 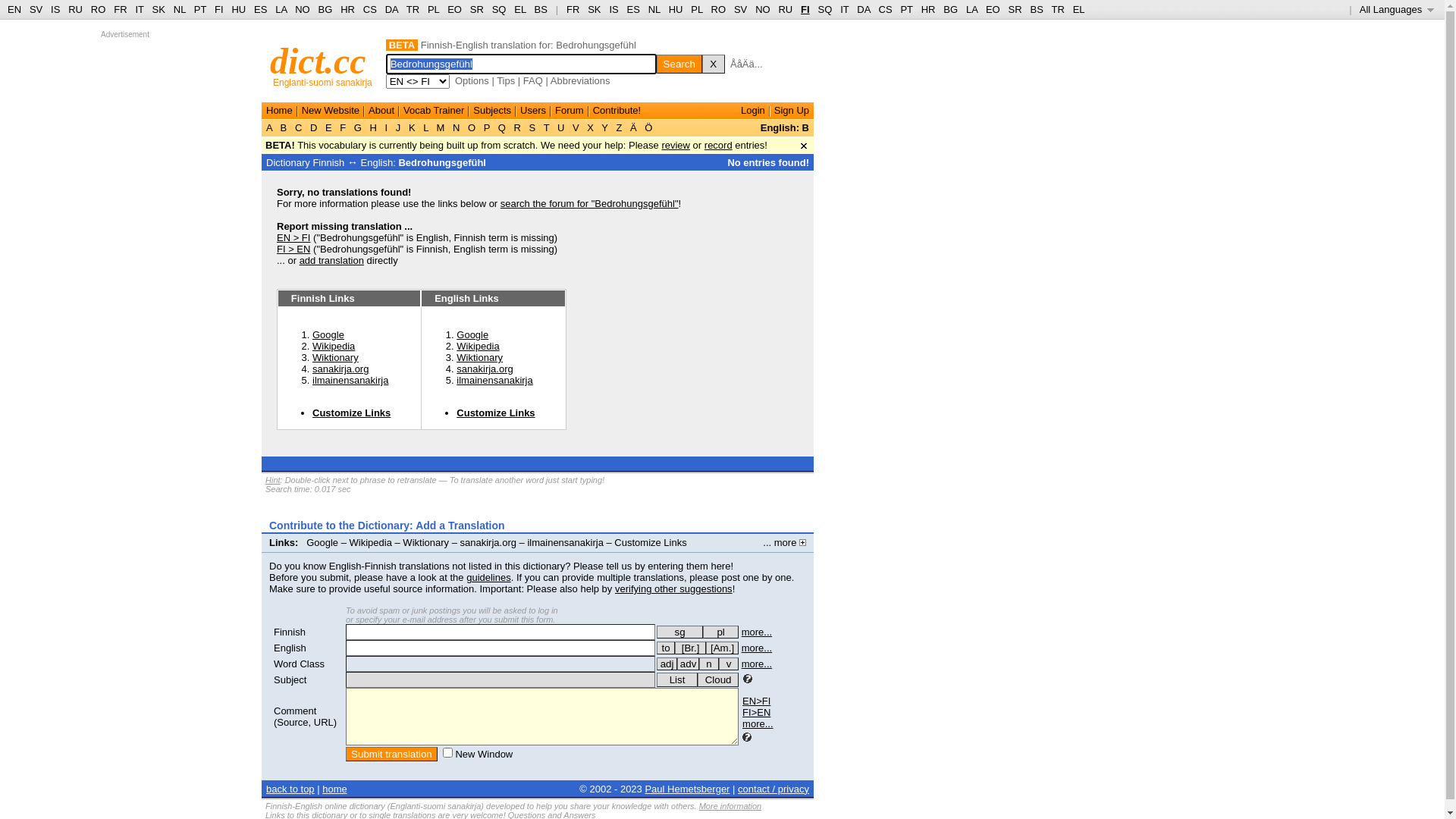 I want to click on 'BG', so click(x=325, y=9).